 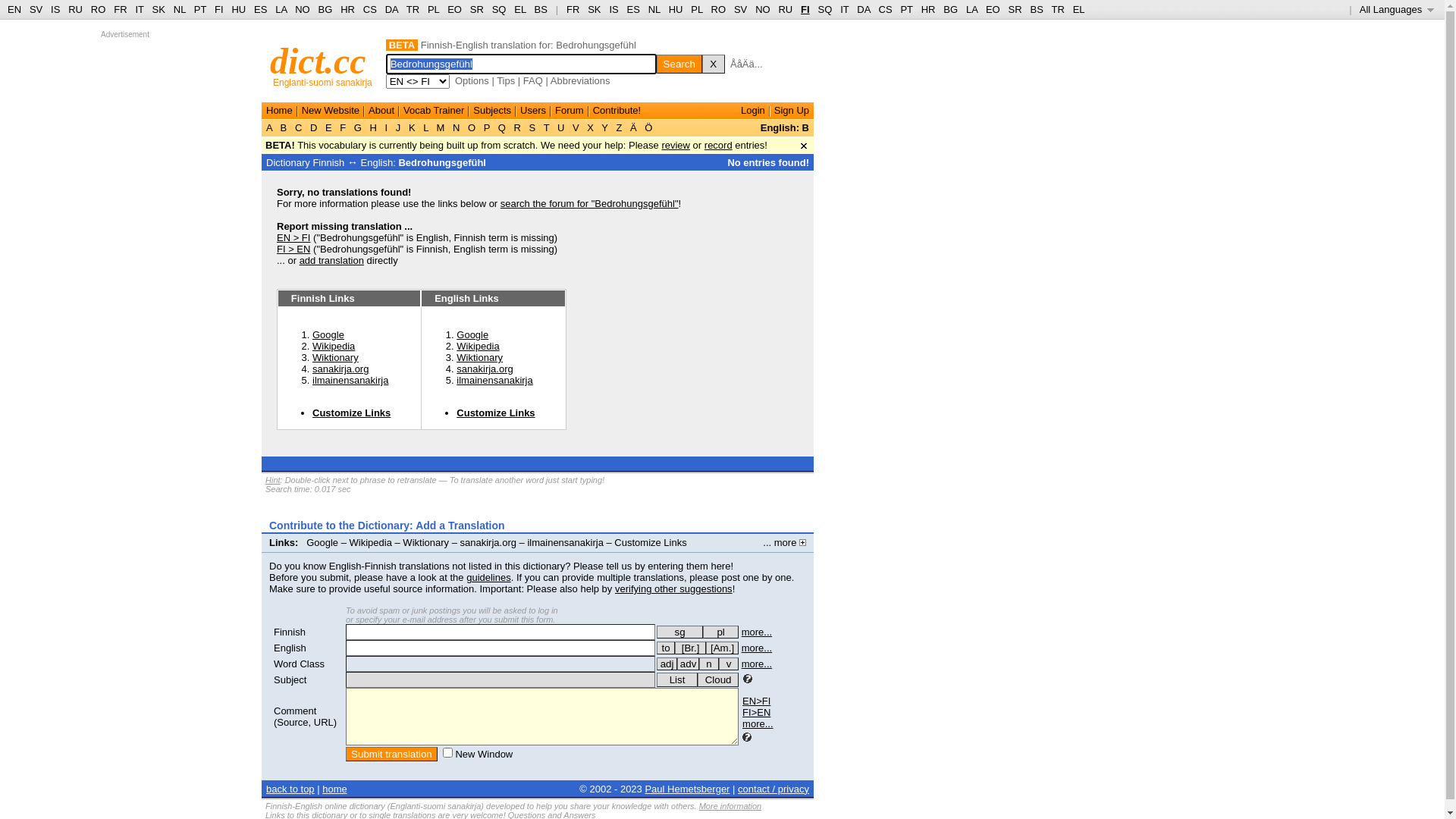 I want to click on 'BG', so click(x=325, y=9).